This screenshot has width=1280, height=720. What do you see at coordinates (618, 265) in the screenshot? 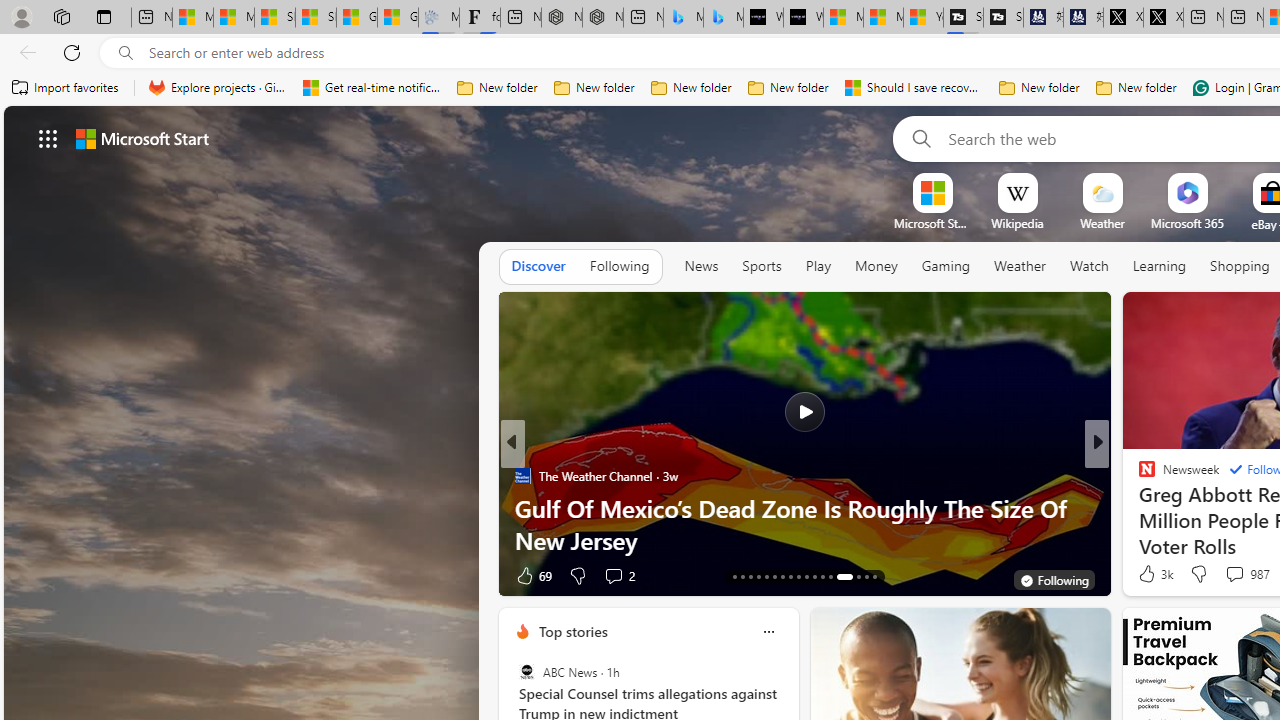
I see `'Following'` at bounding box center [618, 265].